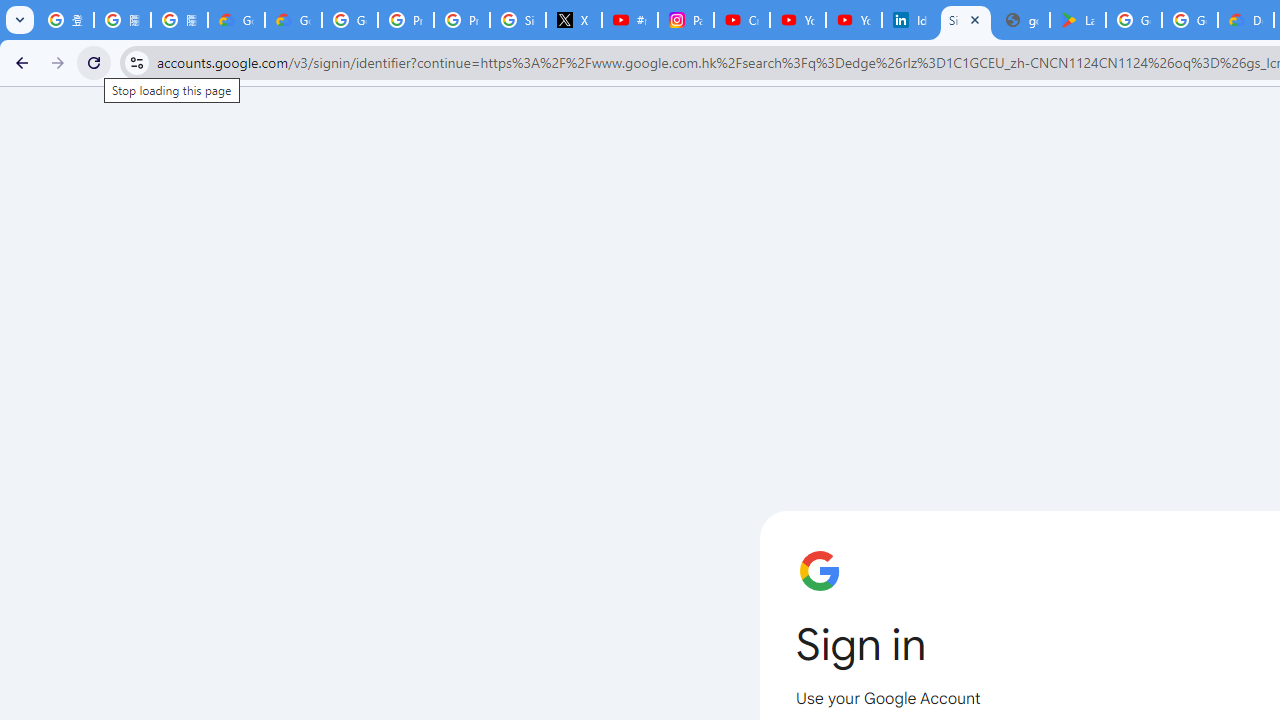  What do you see at coordinates (853, 20) in the screenshot?
I see `'YouTube Culture & Trends - YouTube Top 10, 2021'` at bounding box center [853, 20].